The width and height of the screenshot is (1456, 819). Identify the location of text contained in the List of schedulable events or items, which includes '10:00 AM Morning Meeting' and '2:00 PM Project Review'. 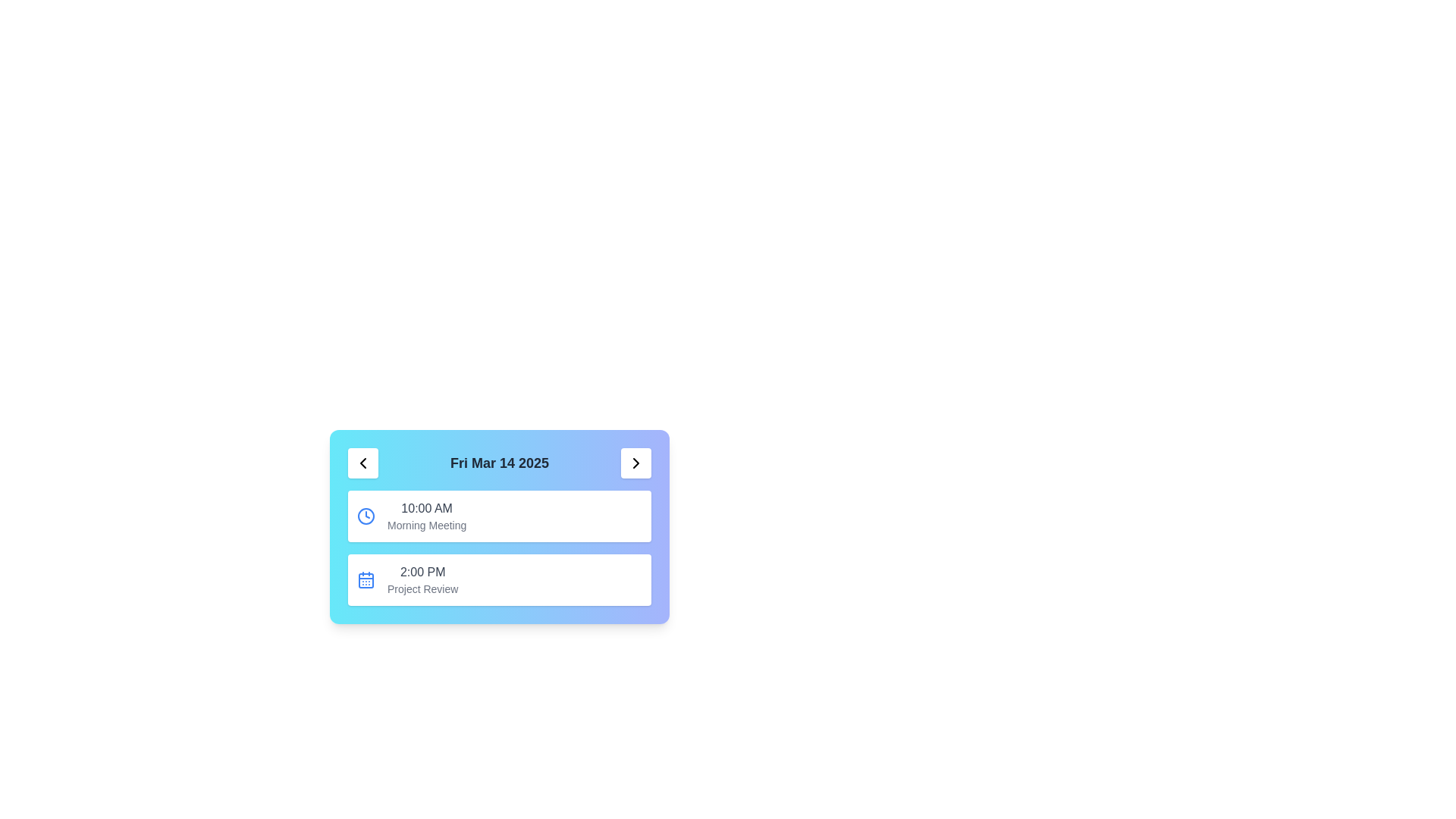
(499, 548).